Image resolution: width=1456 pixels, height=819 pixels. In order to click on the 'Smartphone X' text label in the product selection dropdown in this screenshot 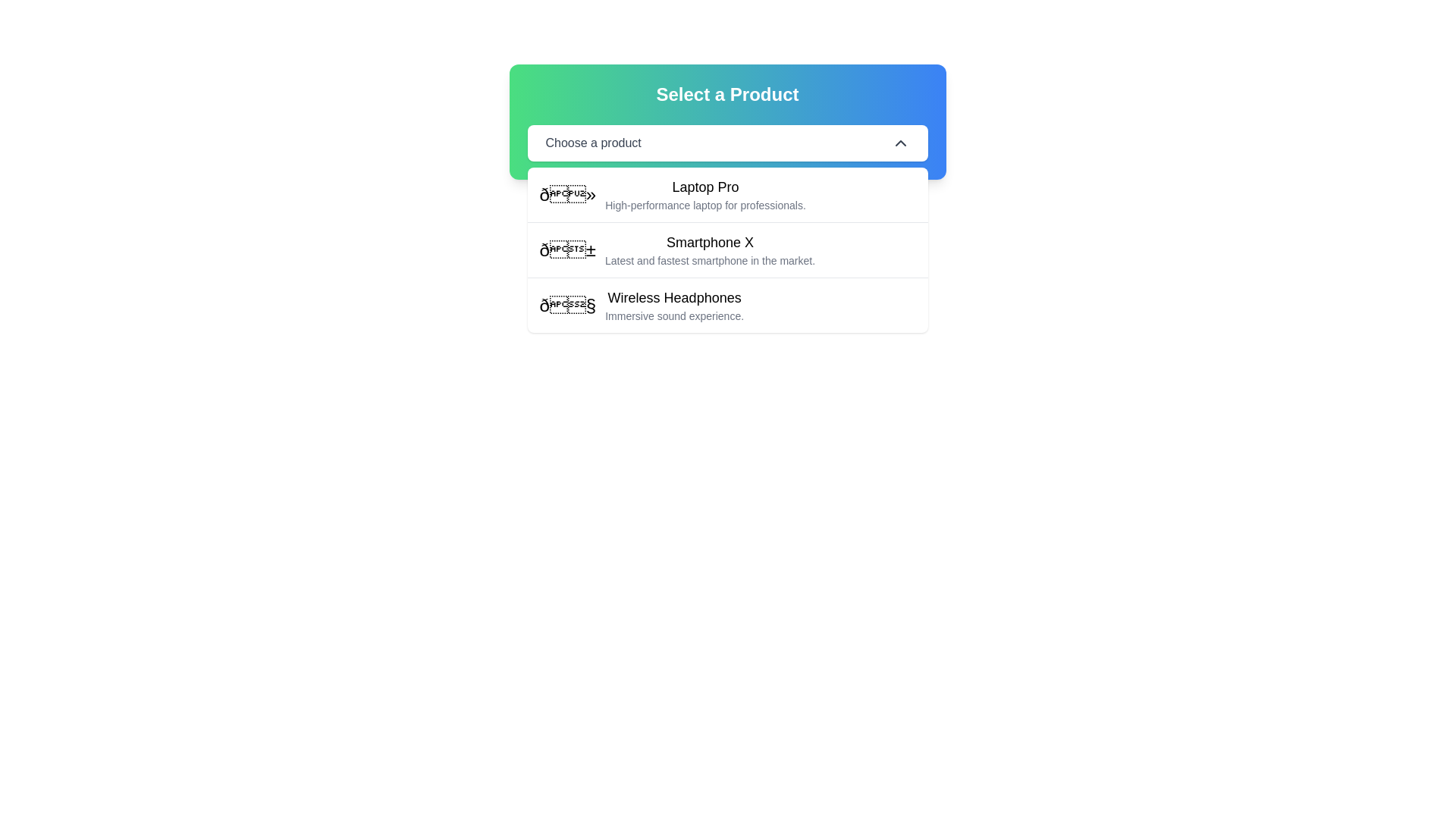, I will do `click(709, 242)`.